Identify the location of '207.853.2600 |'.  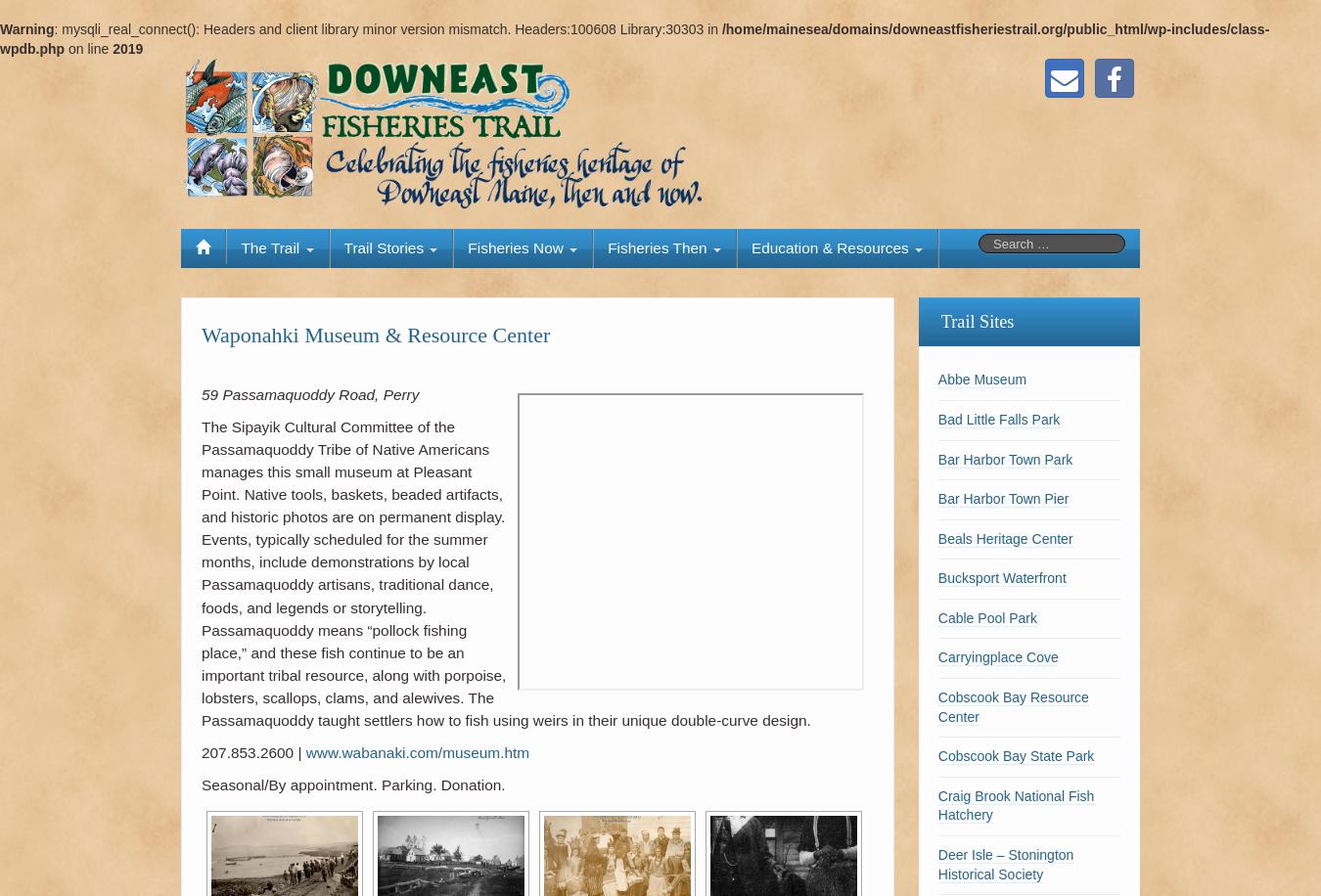
(252, 751).